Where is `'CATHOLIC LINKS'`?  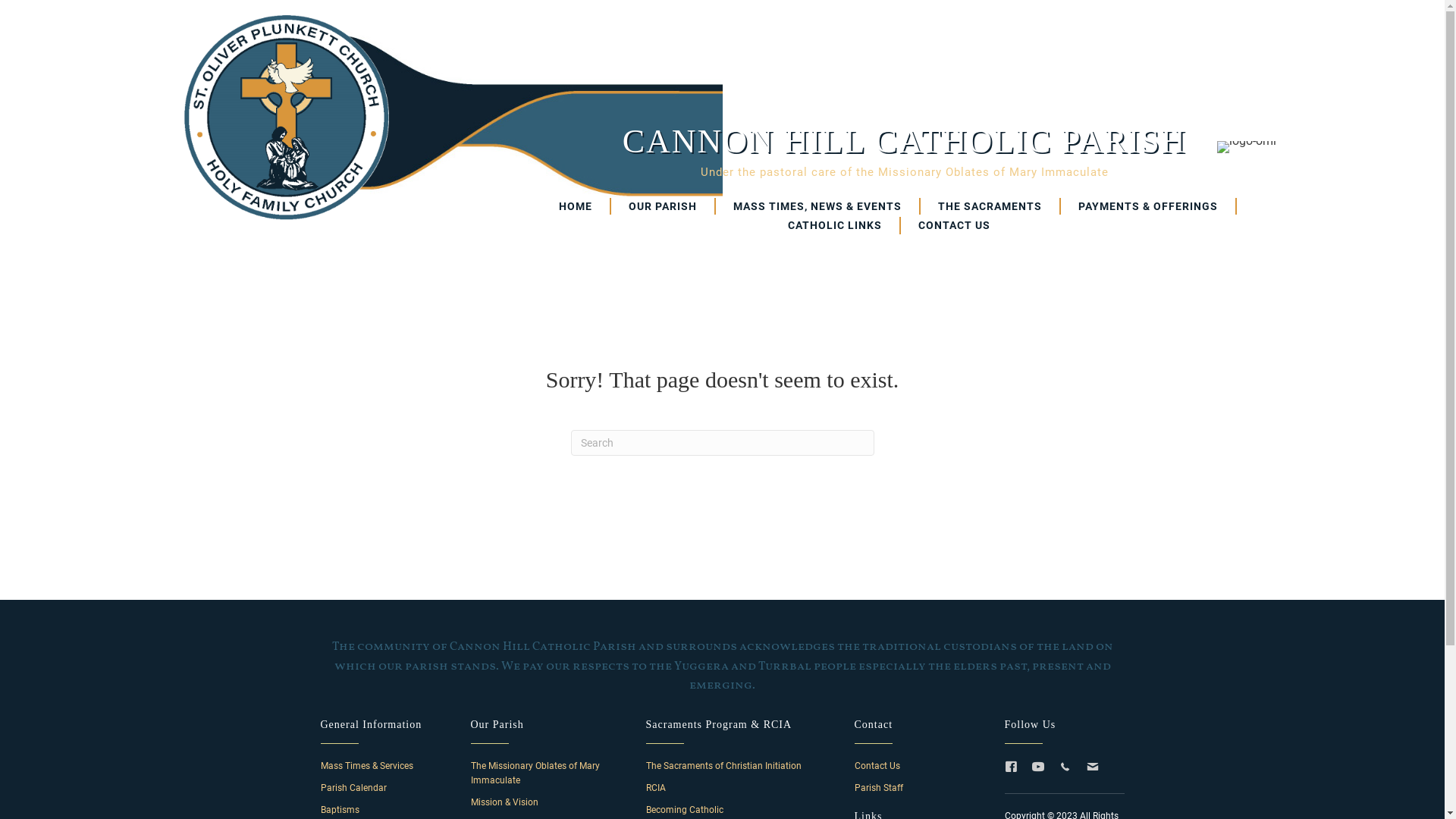 'CATHOLIC LINKS' is located at coordinates (835, 225).